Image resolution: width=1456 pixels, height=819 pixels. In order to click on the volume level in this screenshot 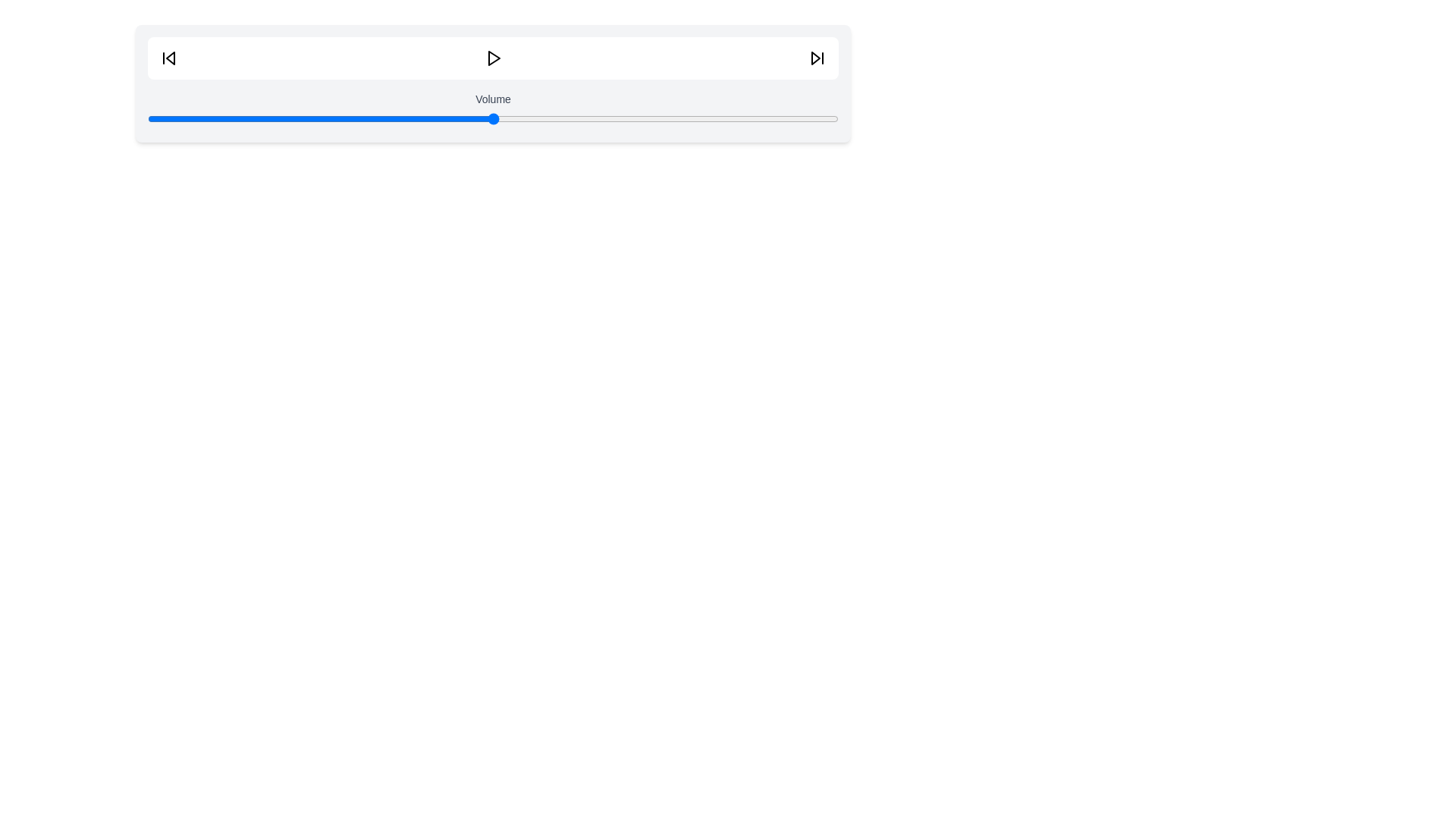, I will do `click(789, 118)`.